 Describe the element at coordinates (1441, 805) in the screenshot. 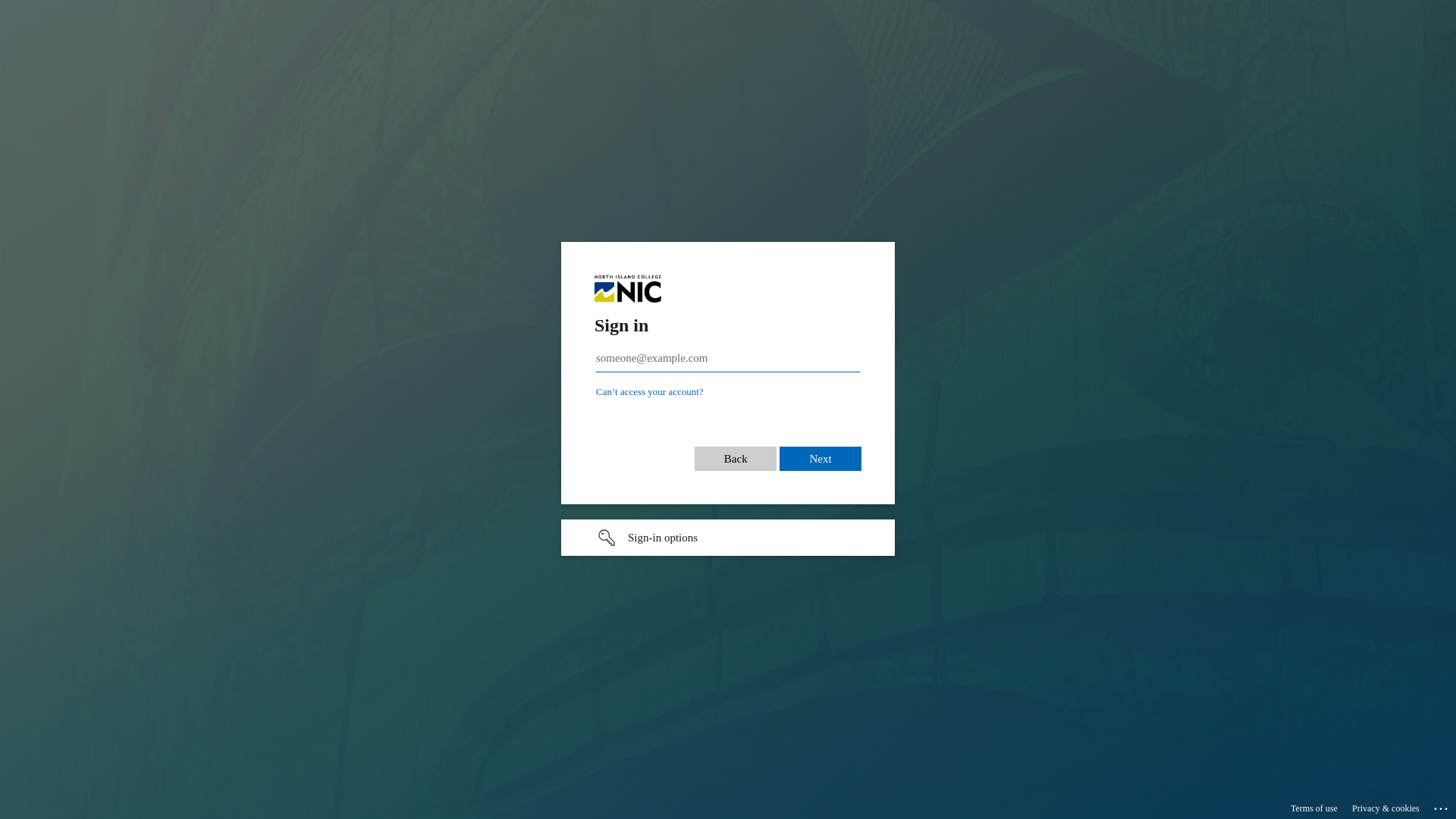

I see `'...'` at that location.